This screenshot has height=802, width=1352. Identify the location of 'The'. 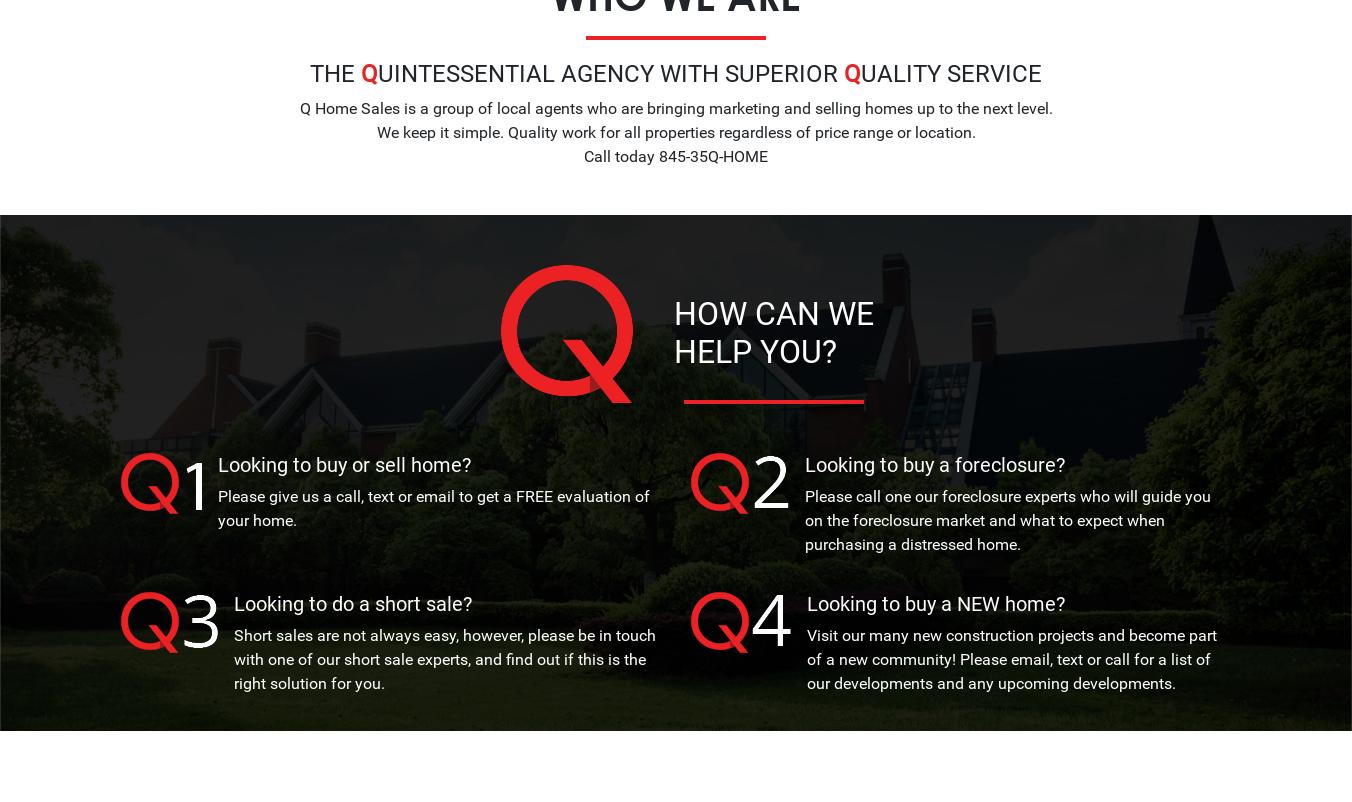
(335, 73).